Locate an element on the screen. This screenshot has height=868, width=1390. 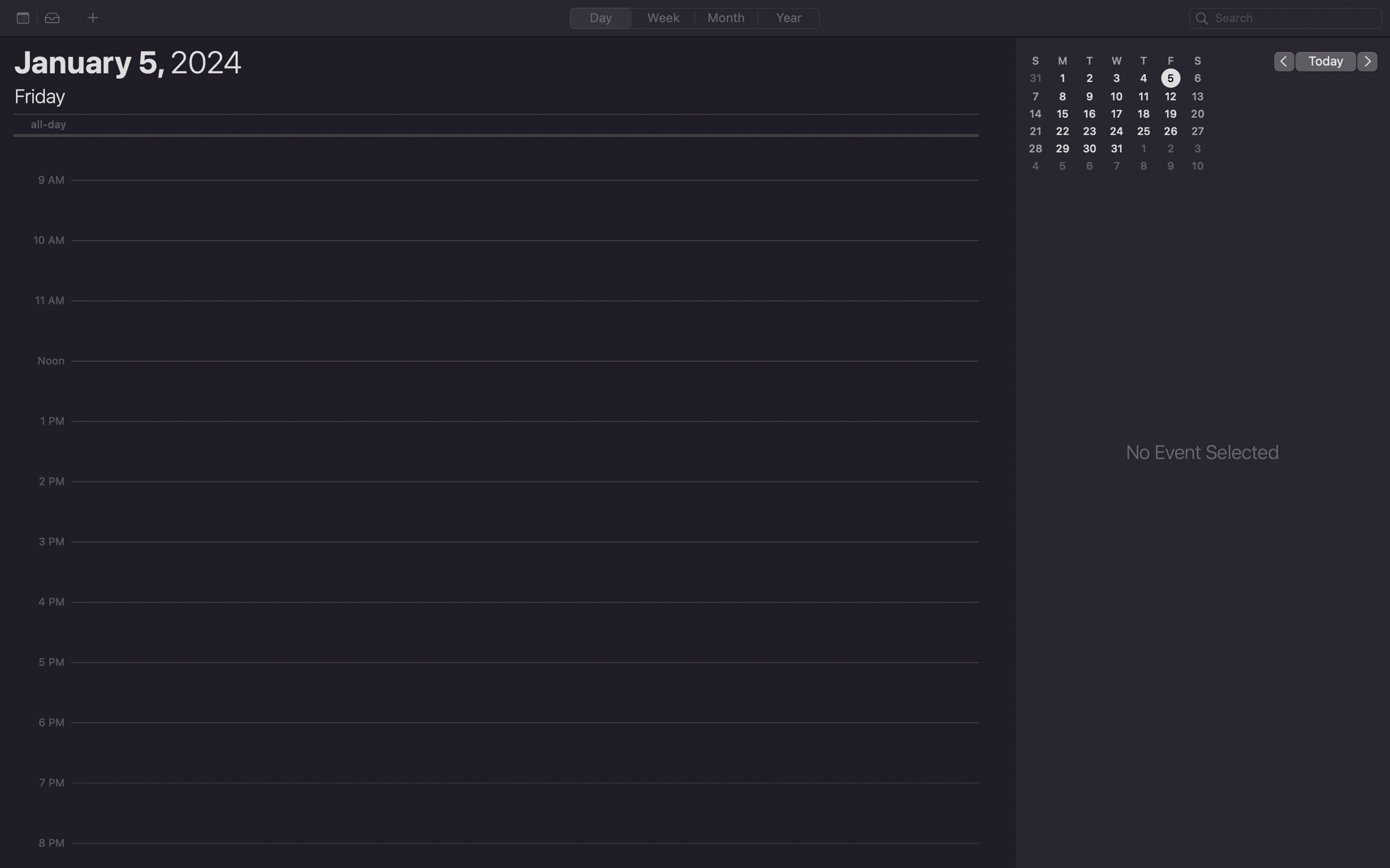
Go to the weekly view of the calendar is located at coordinates (663, 17).